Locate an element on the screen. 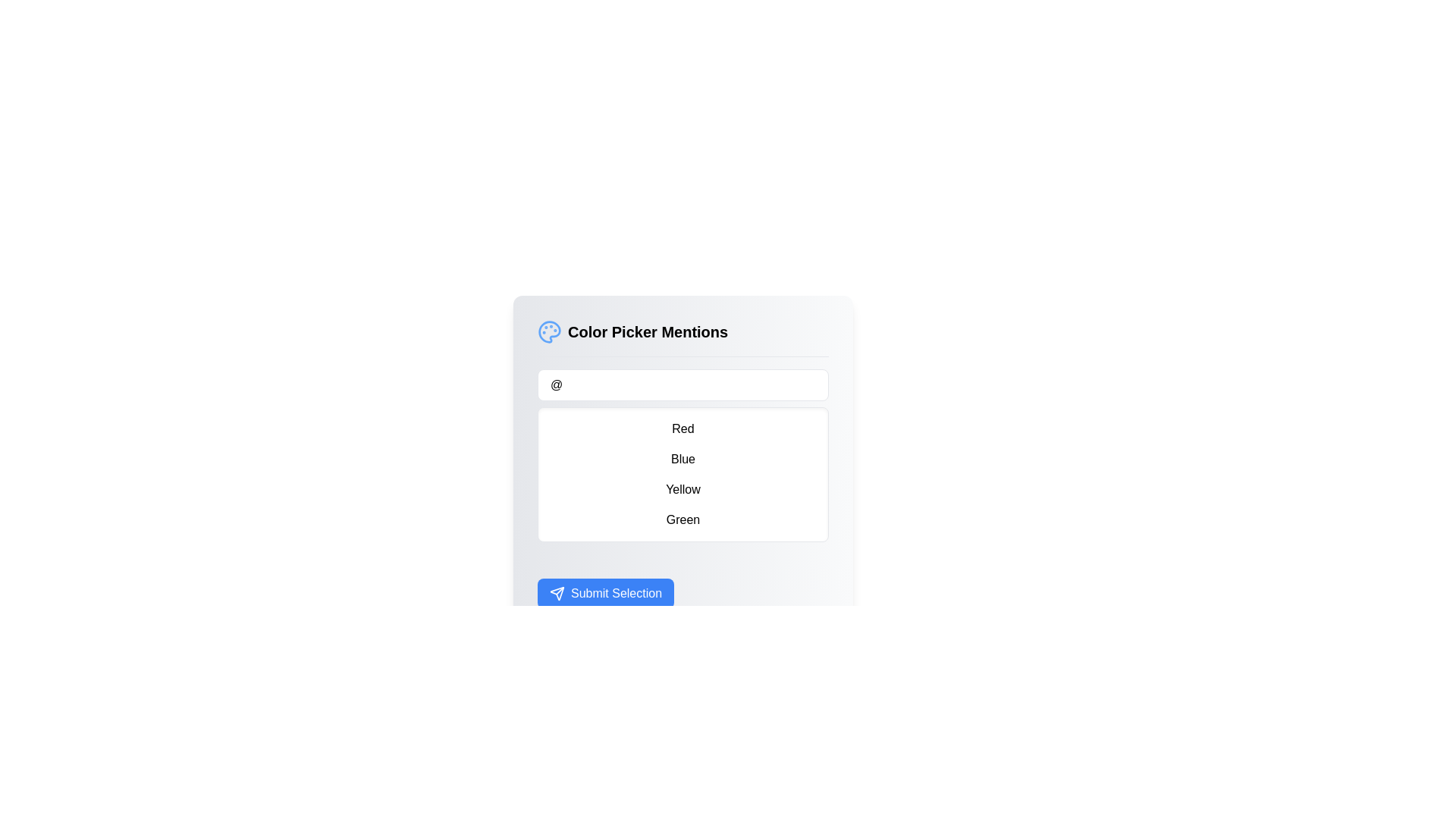 The width and height of the screenshot is (1456, 819). the list item that reads 'Red' within the vertical list of options on the touchscreen device is located at coordinates (682, 429).